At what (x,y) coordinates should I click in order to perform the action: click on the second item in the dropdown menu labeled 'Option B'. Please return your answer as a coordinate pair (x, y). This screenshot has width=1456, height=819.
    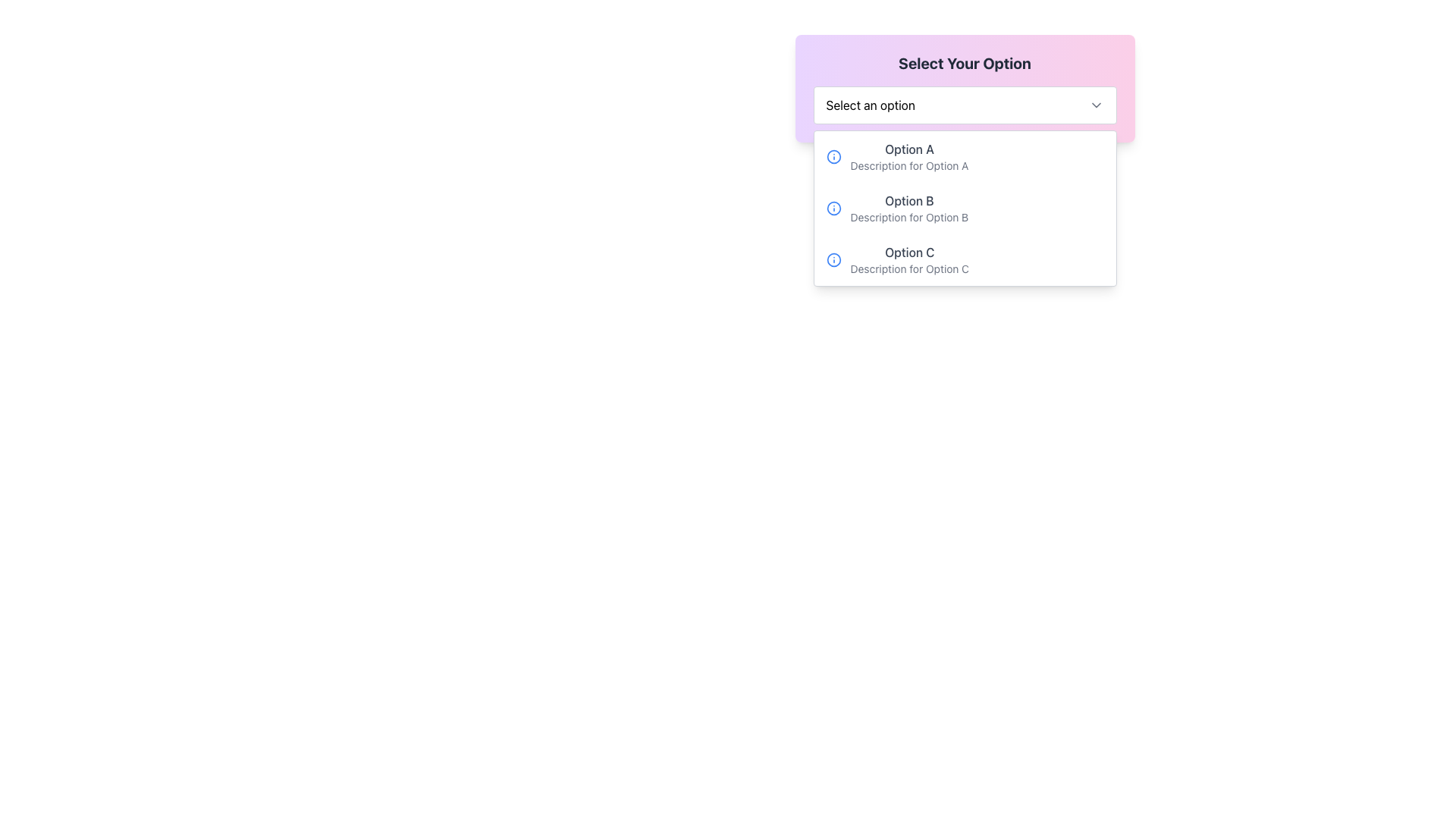
    Looking at the image, I should click on (964, 208).